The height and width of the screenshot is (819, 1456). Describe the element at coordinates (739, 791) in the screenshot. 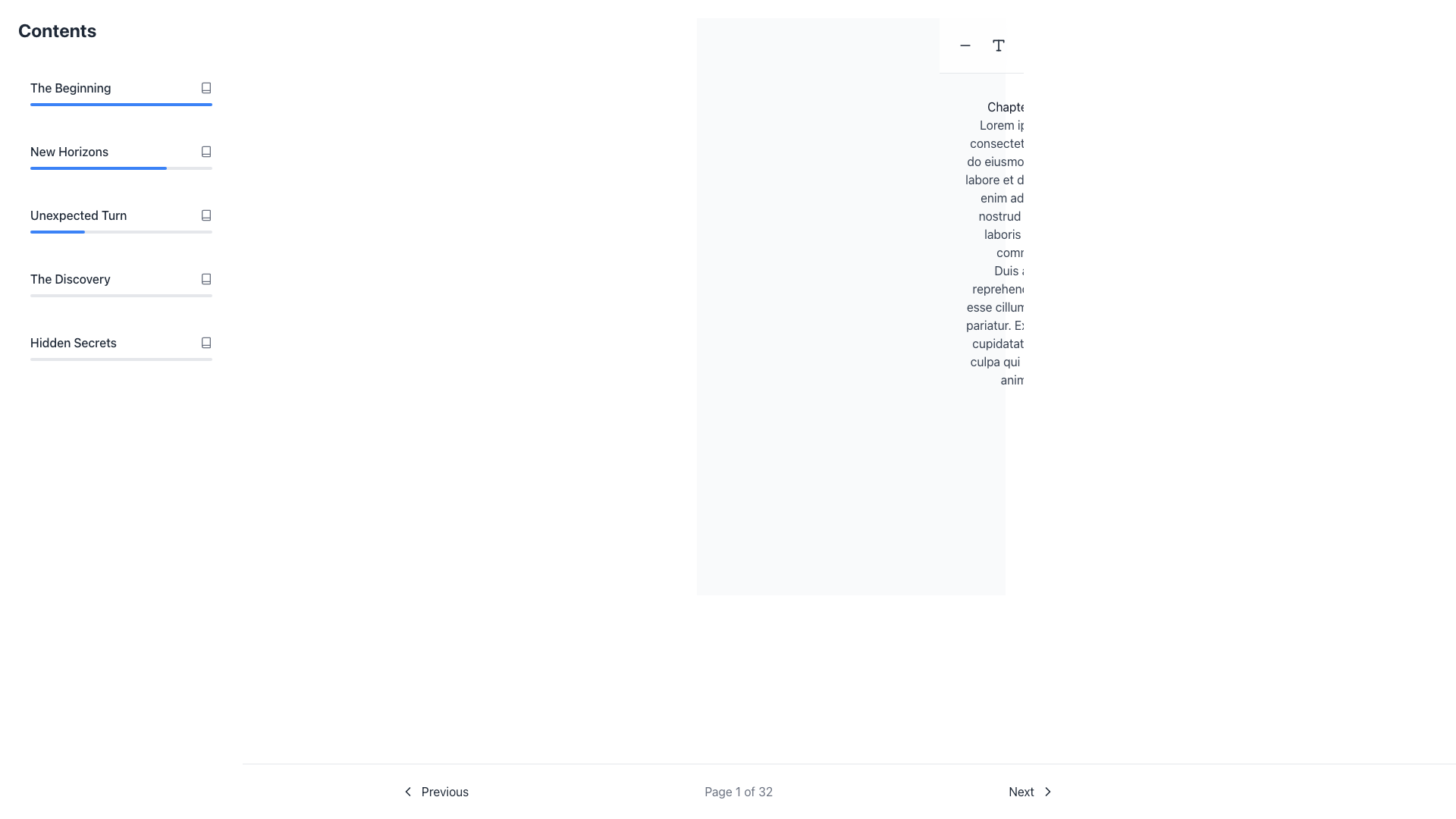

I see `the text label indicating the current page and total pages in the pagination system, which is centered horizontally in the bottom navigation panel between the 'Previous' and 'Next' buttons` at that location.